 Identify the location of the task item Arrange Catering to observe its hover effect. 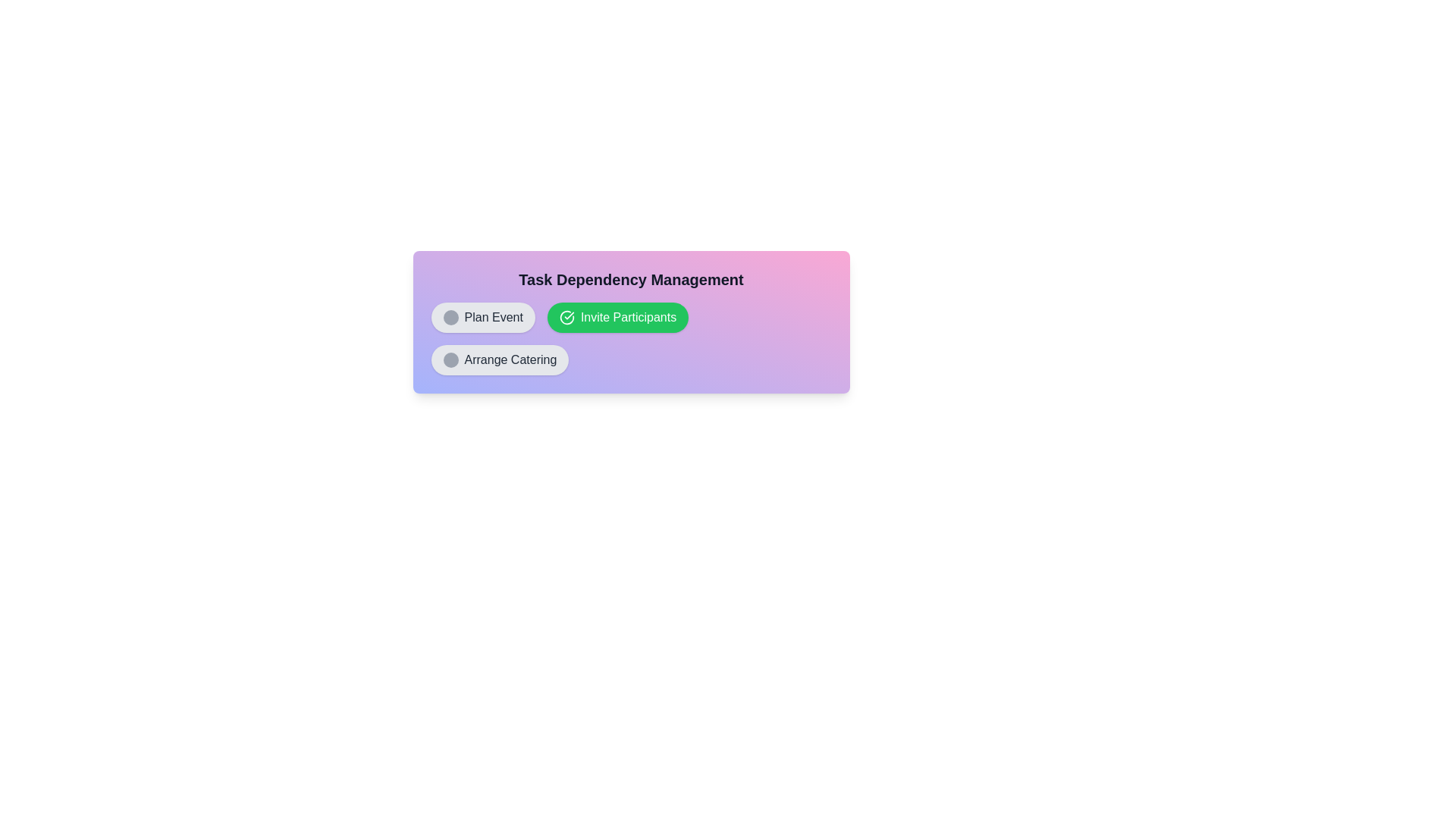
(499, 359).